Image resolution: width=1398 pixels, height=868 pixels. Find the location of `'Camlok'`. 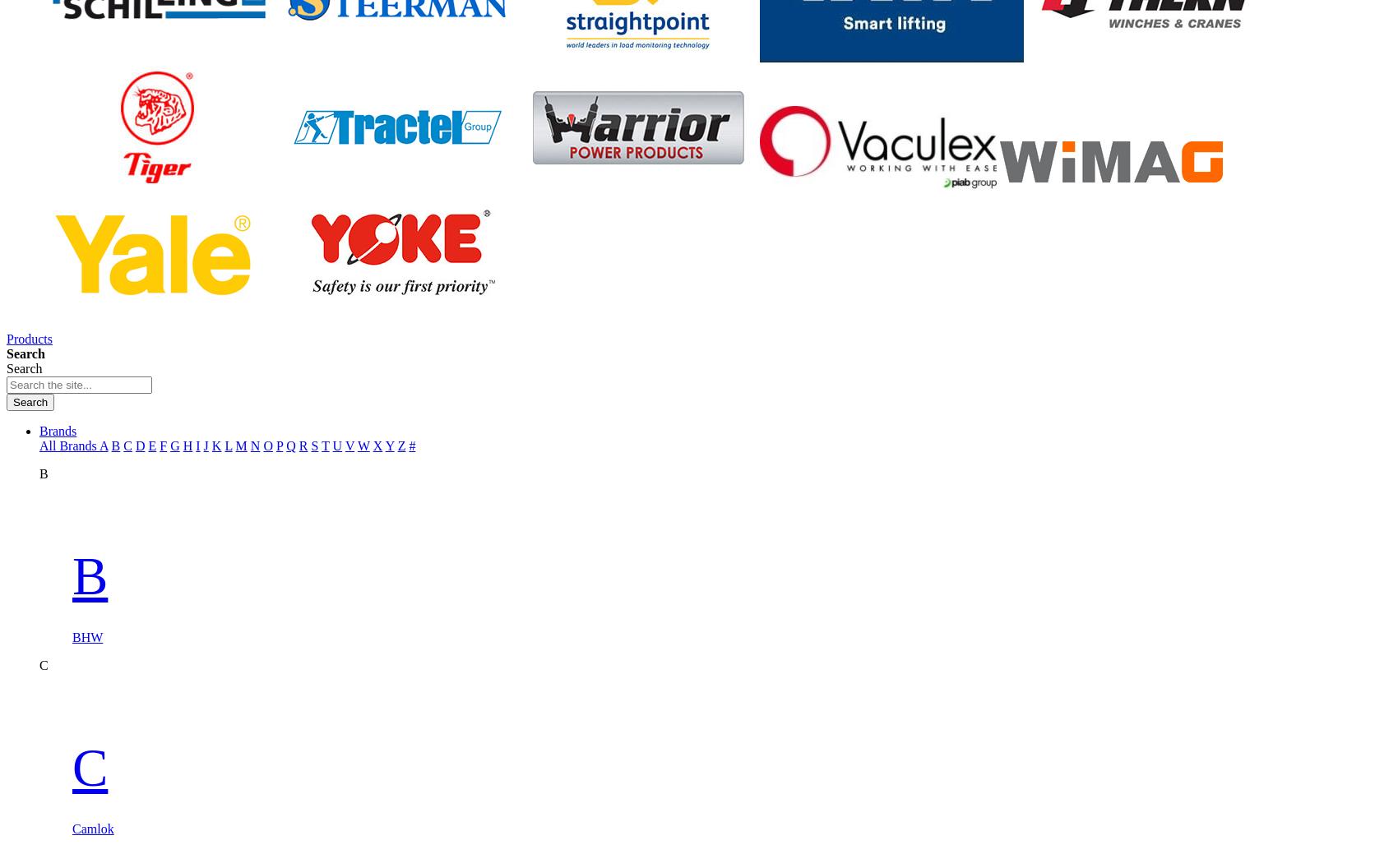

'Camlok' is located at coordinates (92, 827).